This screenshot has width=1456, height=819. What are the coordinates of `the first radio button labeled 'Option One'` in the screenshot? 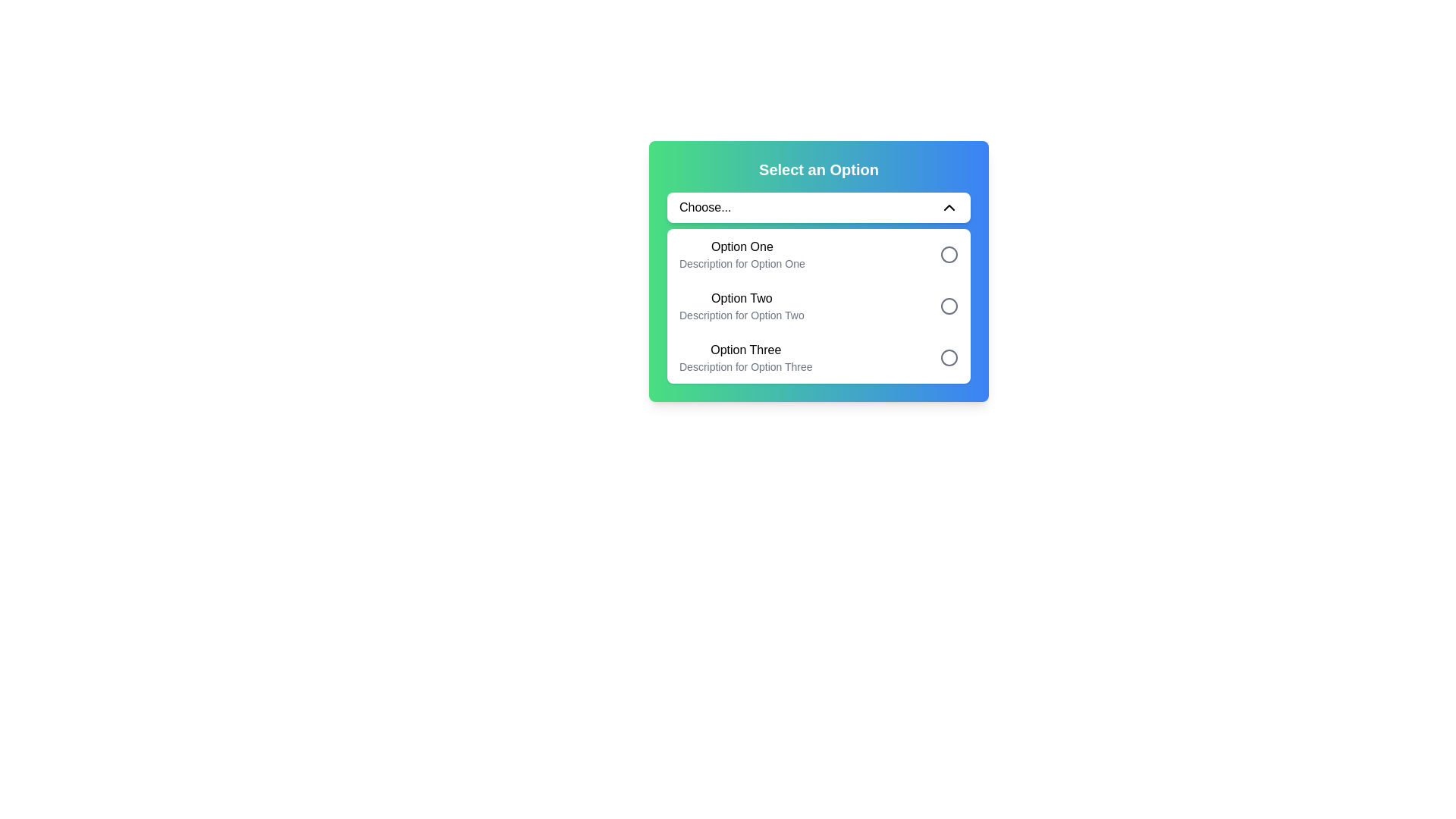 It's located at (949, 253).